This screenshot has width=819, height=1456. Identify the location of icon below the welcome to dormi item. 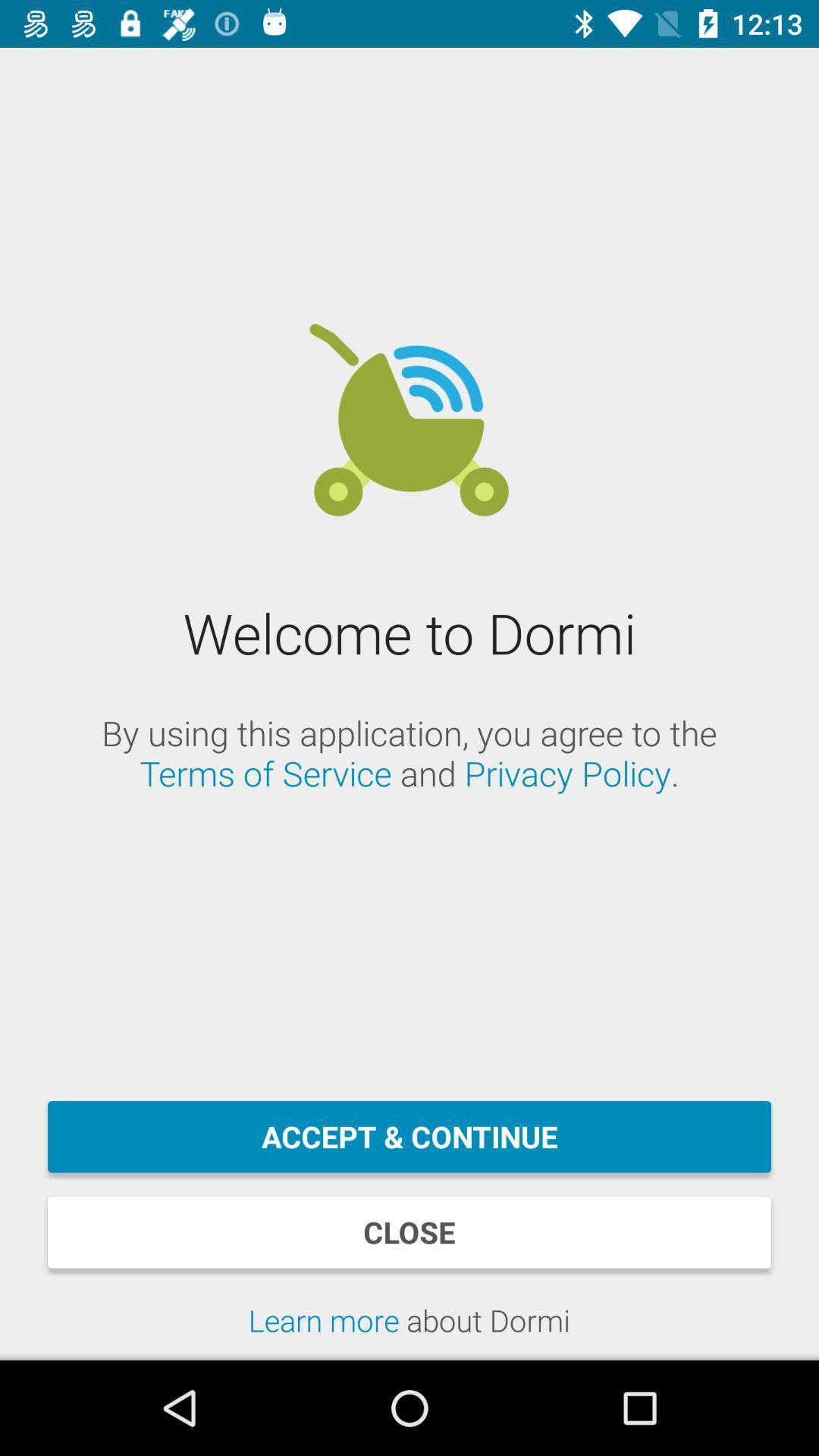
(409, 753).